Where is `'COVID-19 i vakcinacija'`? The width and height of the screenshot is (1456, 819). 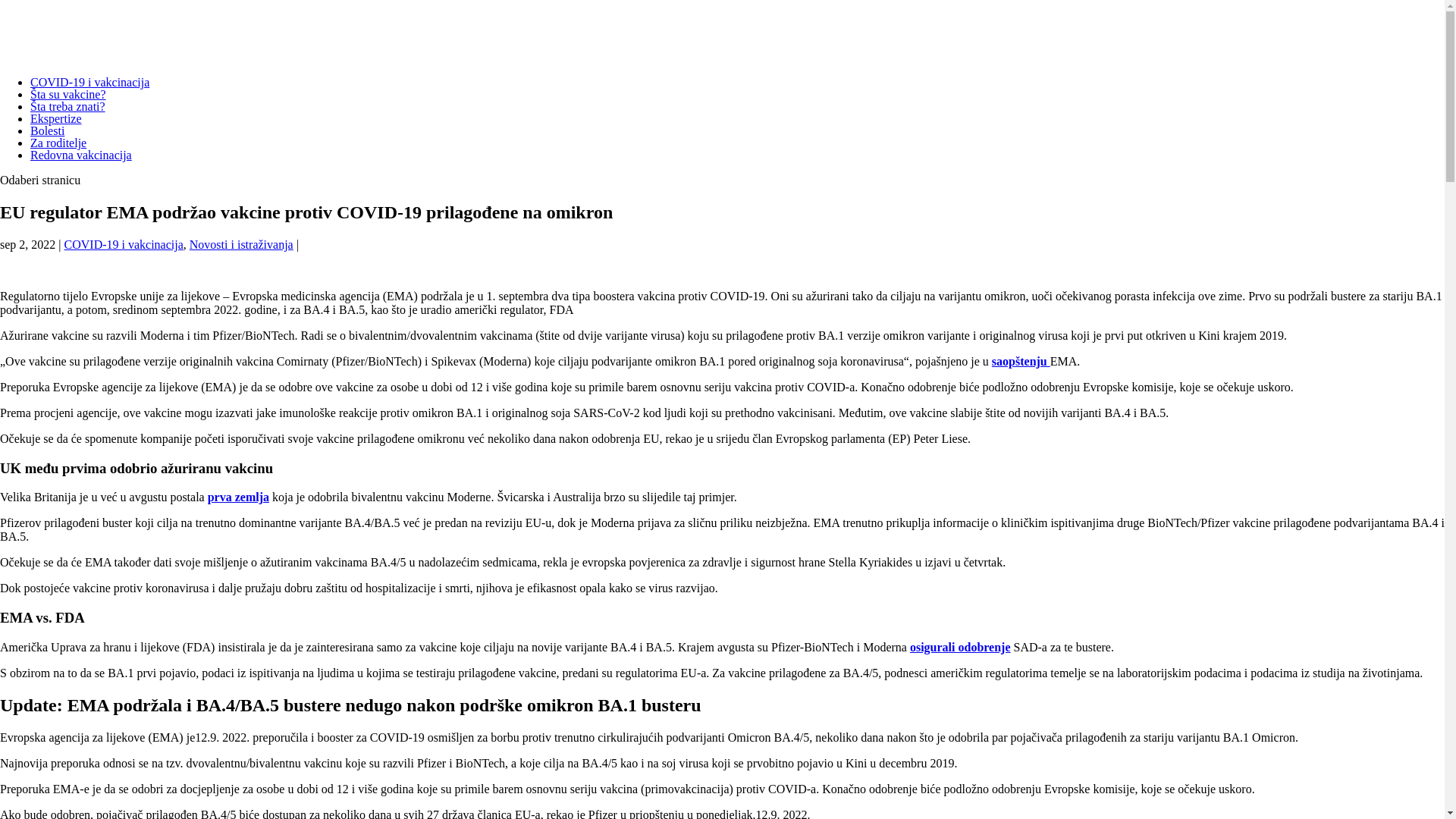
'COVID-19 i vakcinacija' is located at coordinates (89, 82).